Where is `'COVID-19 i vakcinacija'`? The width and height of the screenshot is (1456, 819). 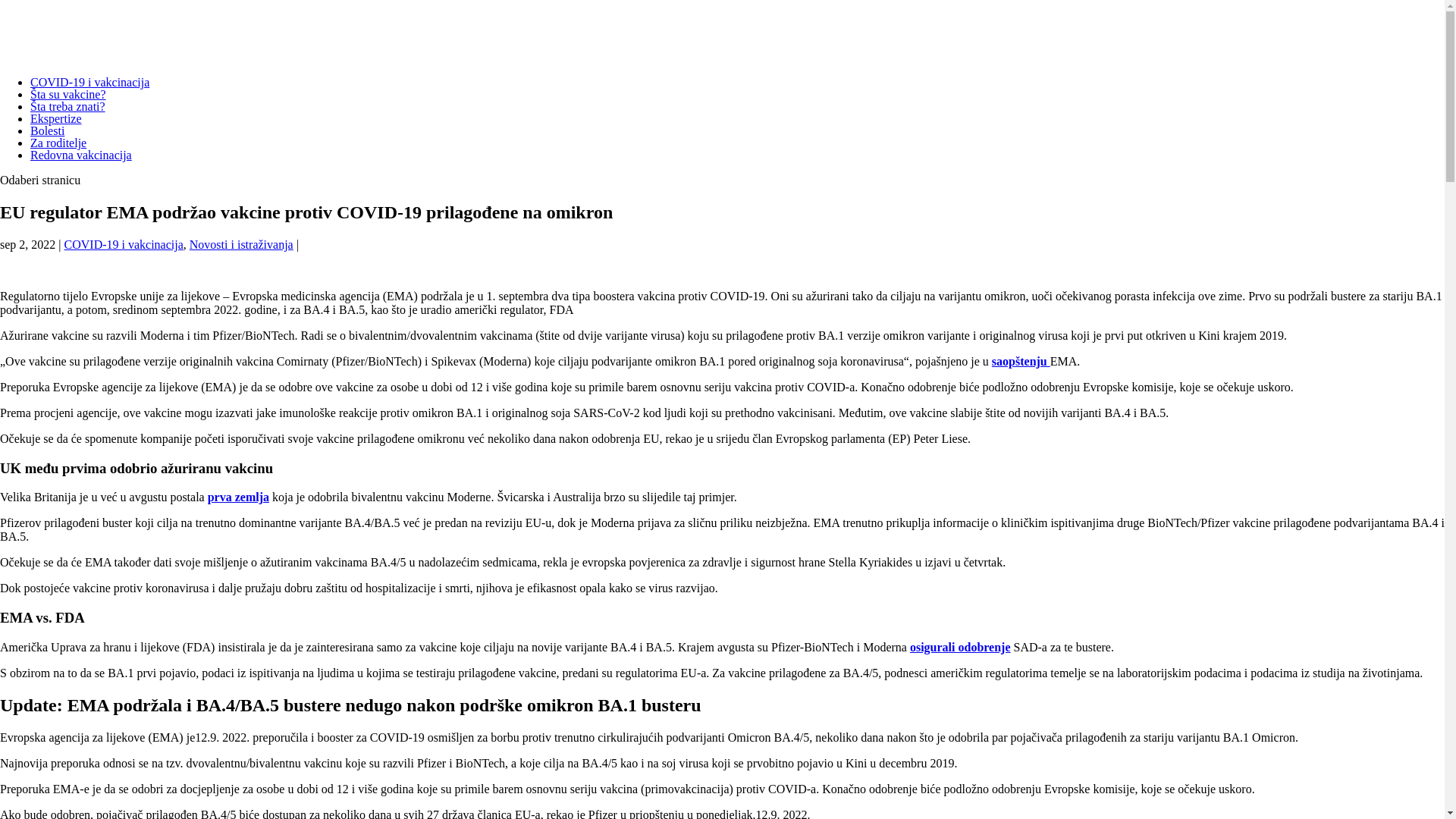
'COVID-19 i vakcinacija' is located at coordinates (89, 82).